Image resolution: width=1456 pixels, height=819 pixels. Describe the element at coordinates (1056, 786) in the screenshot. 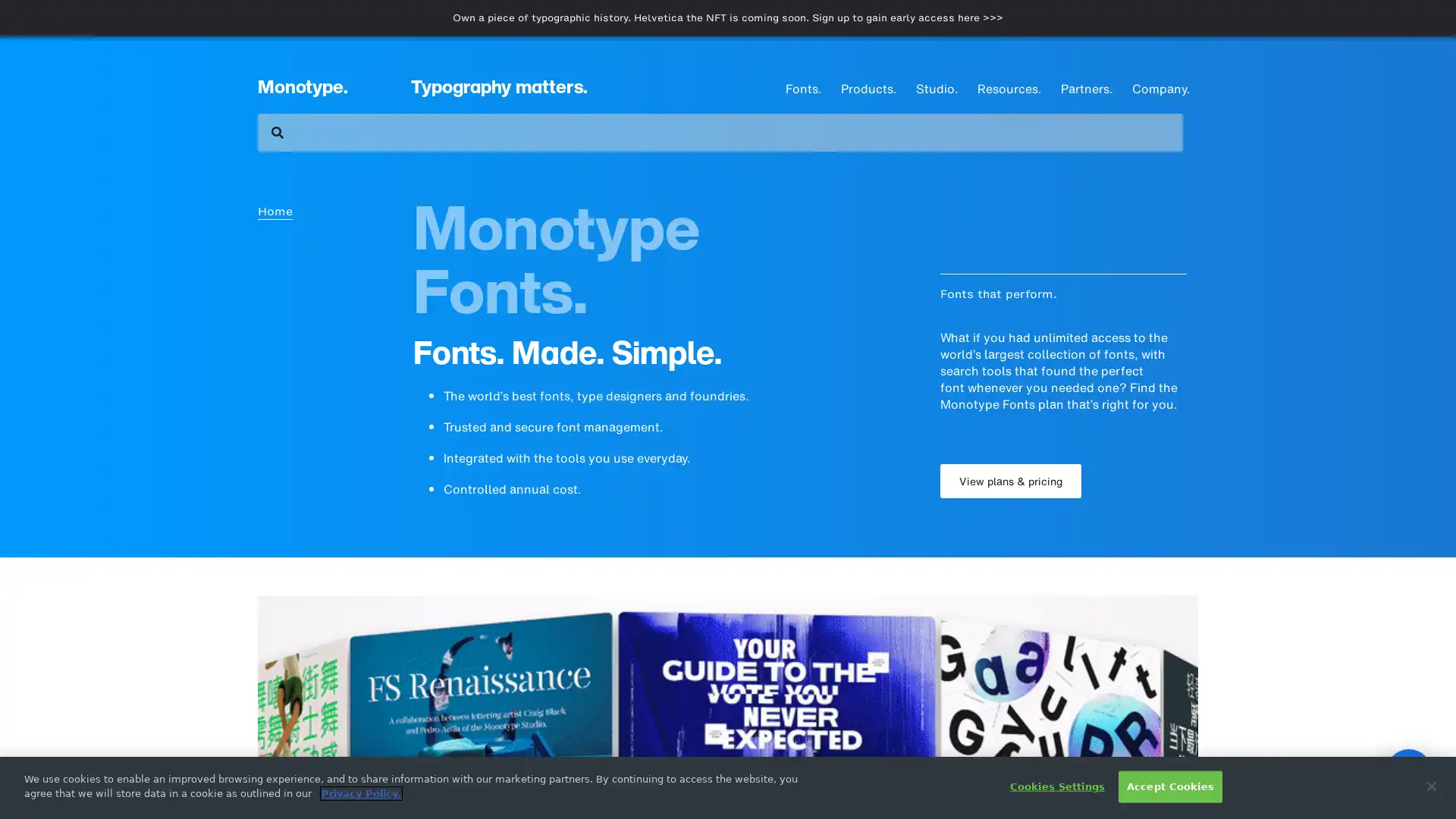

I see `Cookies Settings` at that location.